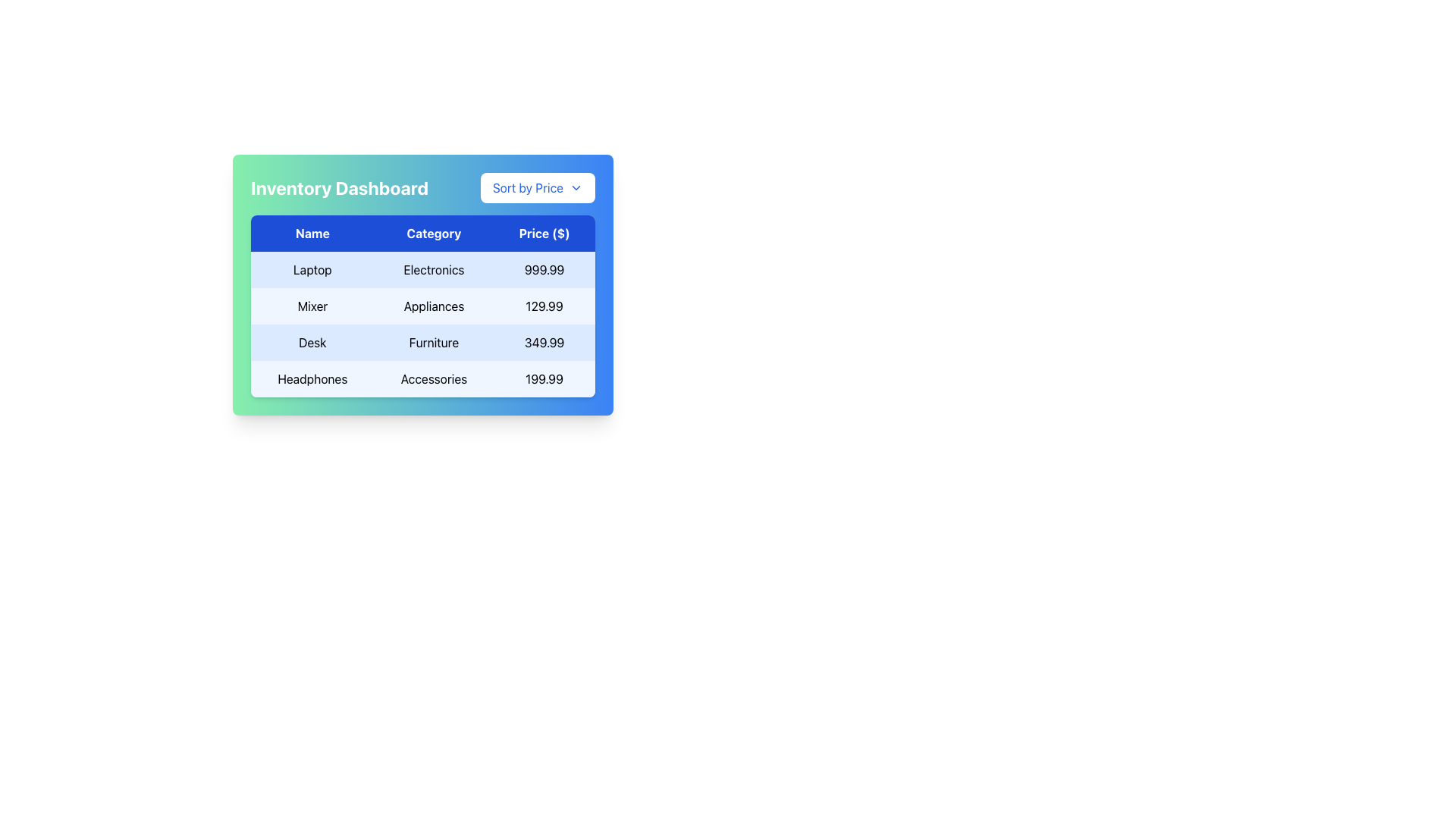 This screenshot has height=819, width=1456. I want to click on the text label displaying 'Appliances' in a table on the 'Inventory Dashboard', which is the second column in the second row, centered within its cell, so click(433, 306).